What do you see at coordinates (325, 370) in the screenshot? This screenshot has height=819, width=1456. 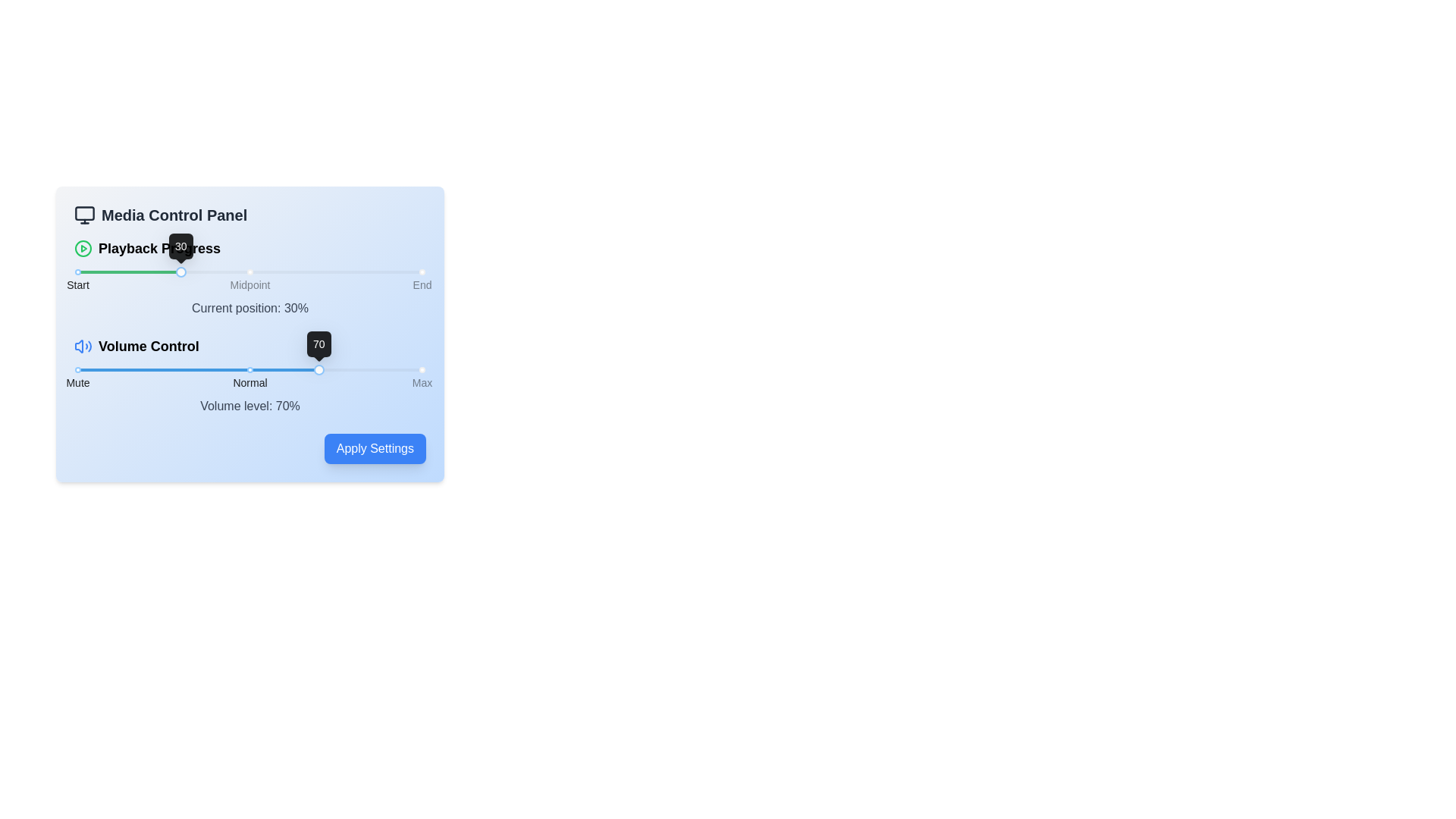 I see `the slider` at bounding box center [325, 370].